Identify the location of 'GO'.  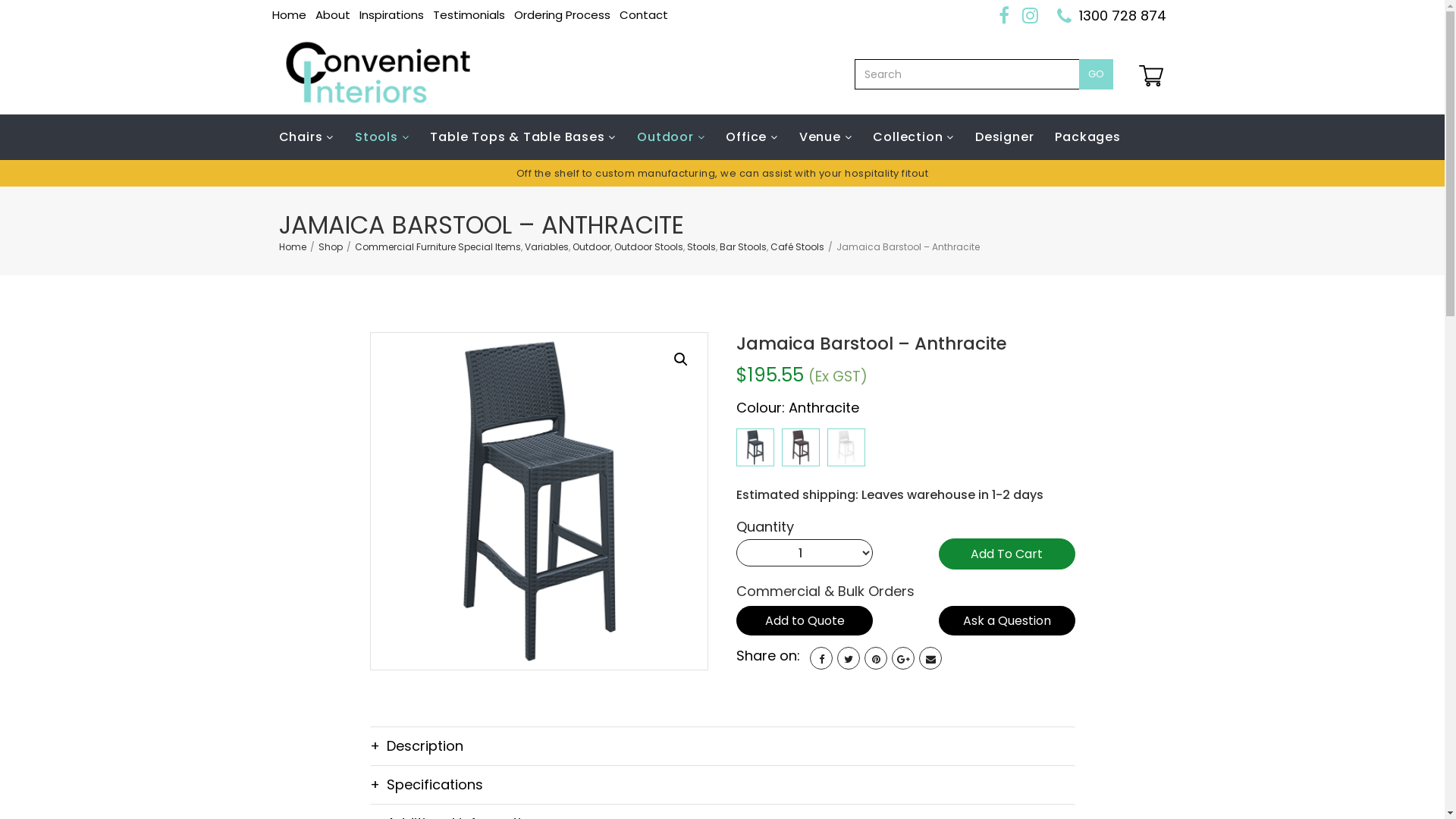
(1095, 74).